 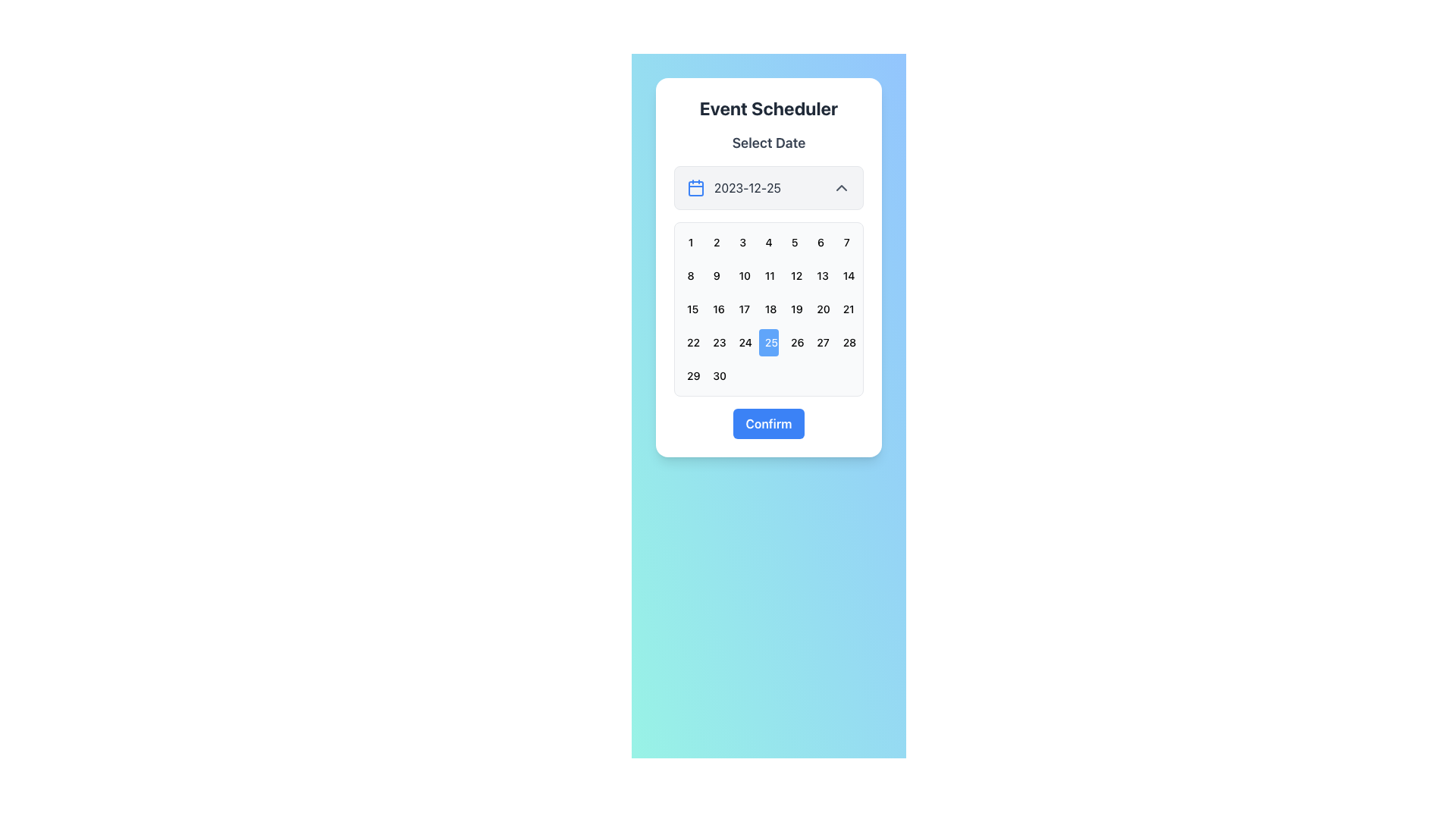 What do you see at coordinates (742, 275) in the screenshot?
I see `the interactive button that selects the 10th day of the month in the calendar grid by moving to its center point` at bounding box center [742, 275].